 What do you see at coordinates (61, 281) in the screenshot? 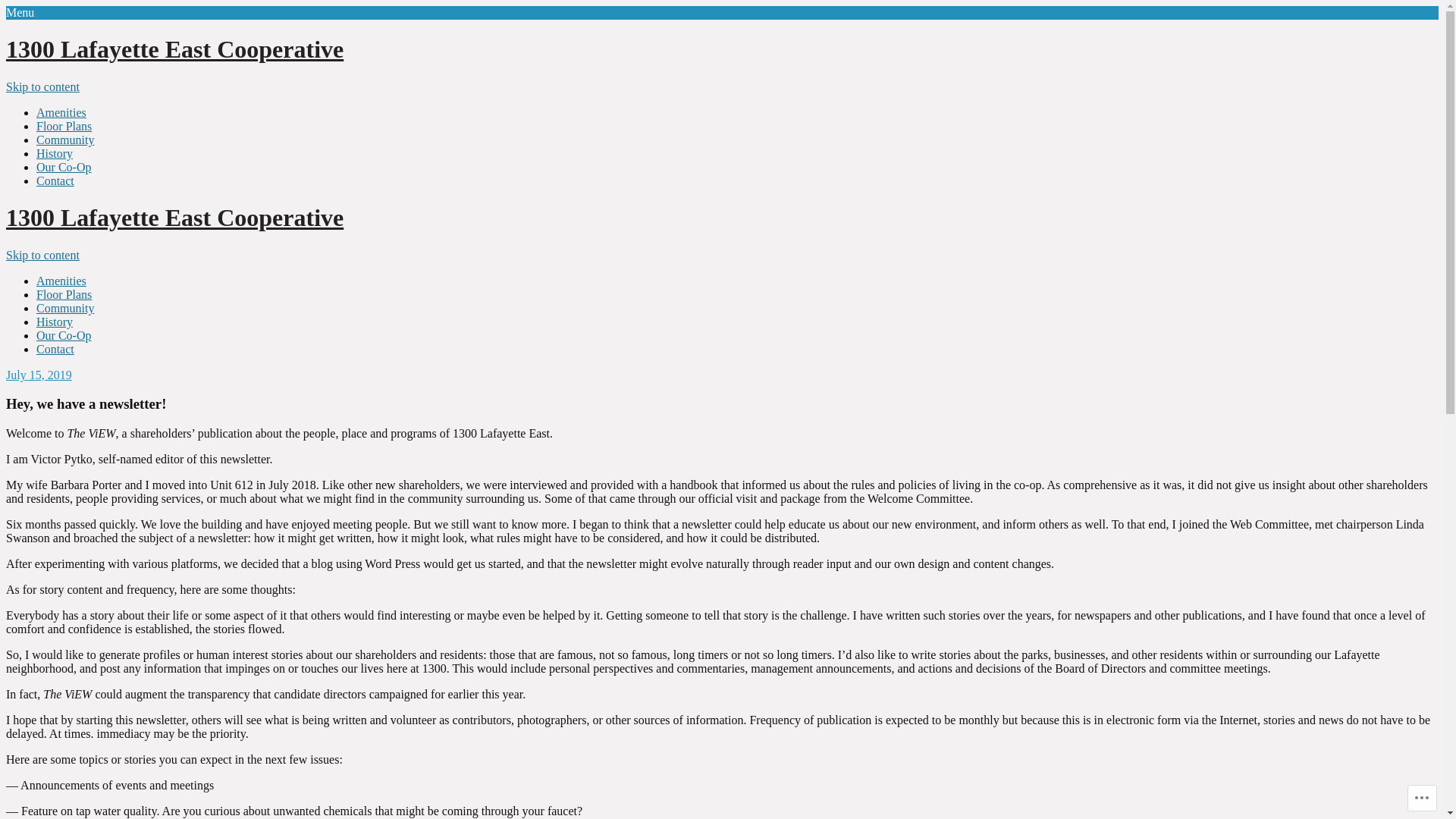
I see `'Amenities'` at bounding box center [61, 281].